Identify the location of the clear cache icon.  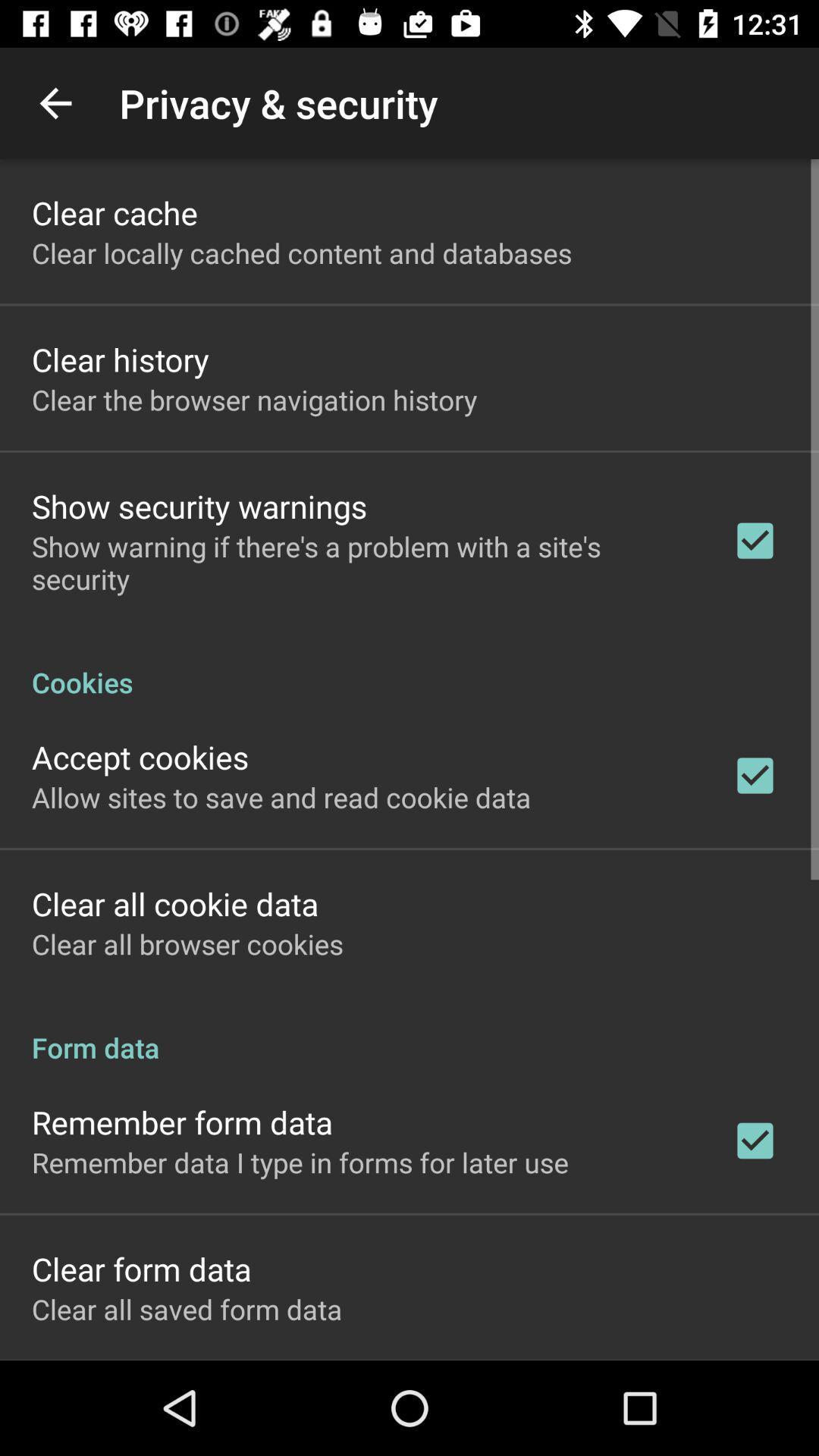
(114, 212).